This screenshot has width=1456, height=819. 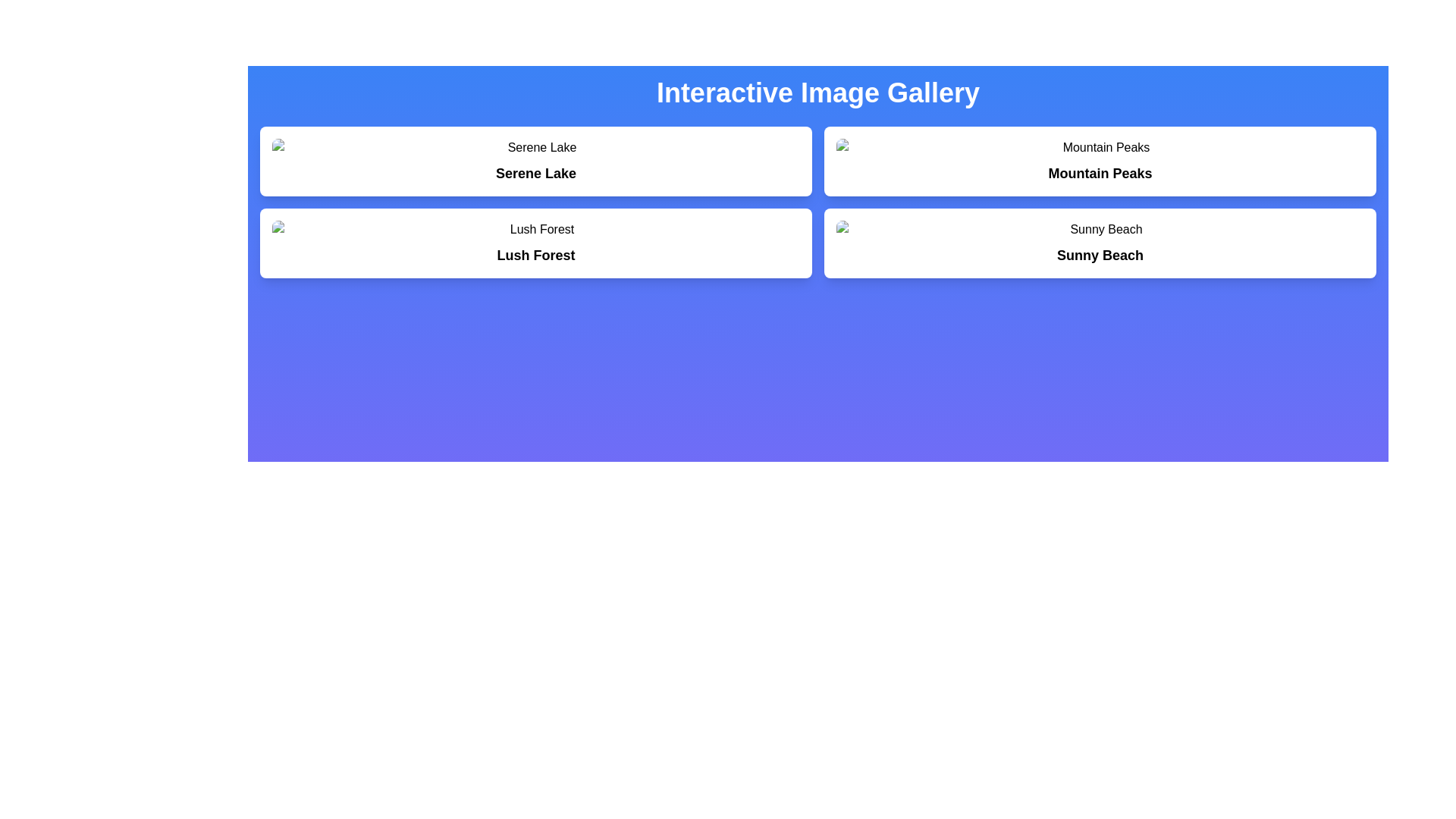 What do you see at coordinates (535, 254) in the screenshot?
I see `text label displaying 'Lush Forest', which serves as the title within the second card of the four-card grid layout` at bounding box center [535, 254].